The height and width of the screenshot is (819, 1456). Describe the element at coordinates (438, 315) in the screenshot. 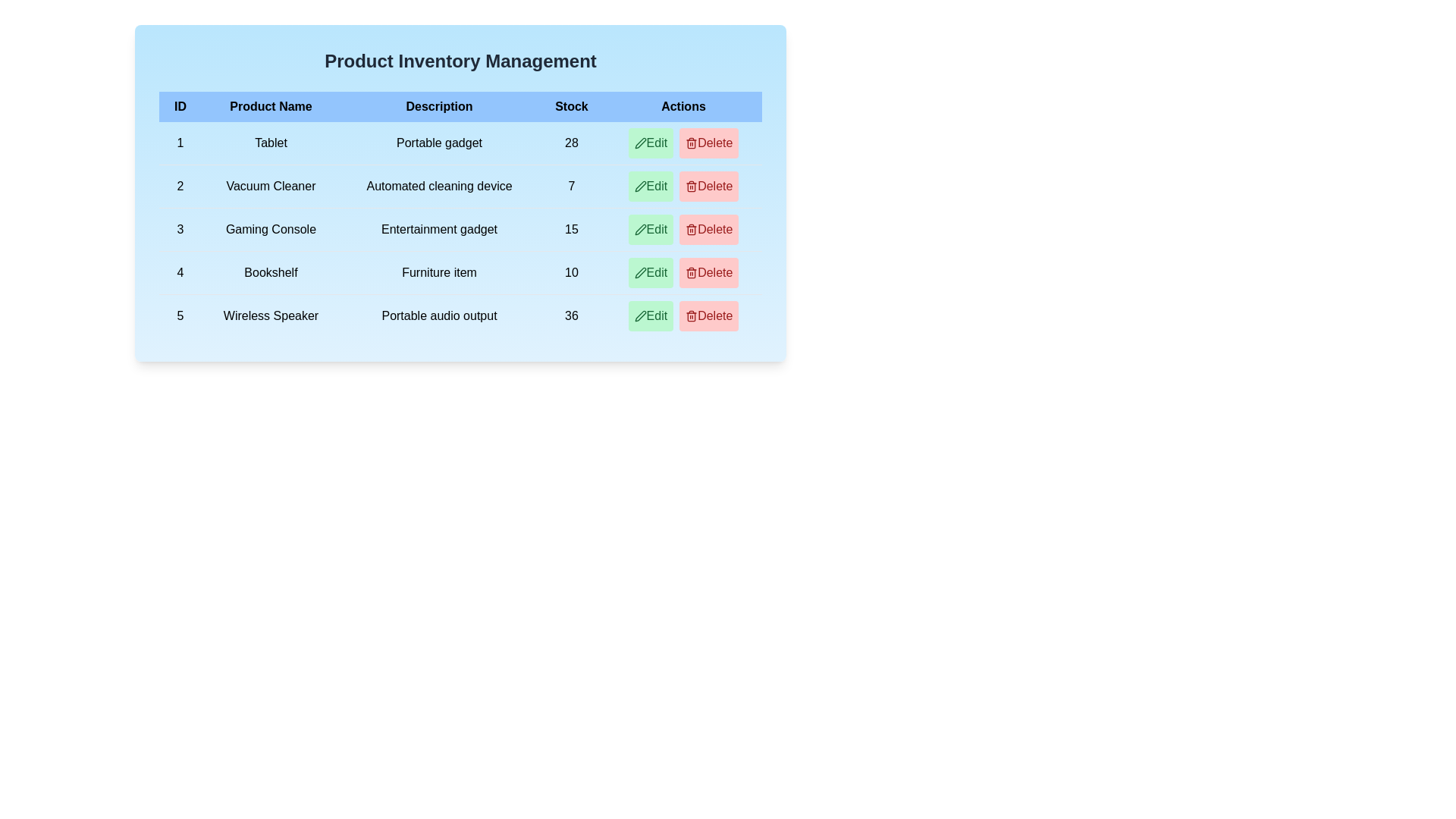

I see `the 'Description' Text Label in the fifth row of the table, which displays descriptive text for the product located between 'Wireless Speaker' and '36'` at that location.